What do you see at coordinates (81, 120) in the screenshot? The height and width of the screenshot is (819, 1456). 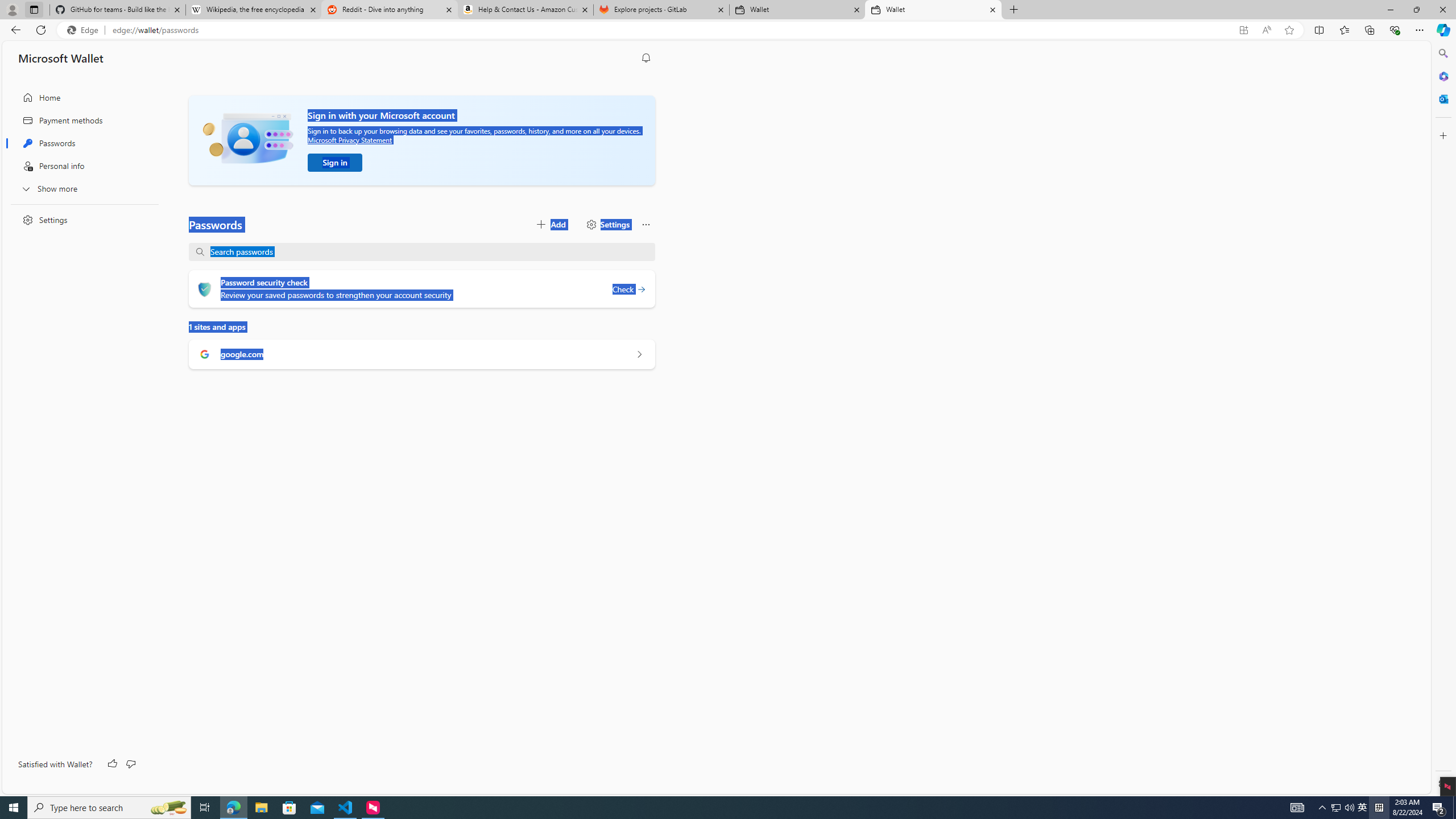 I see `'Payment methods'` at bounding box center [81, 120].